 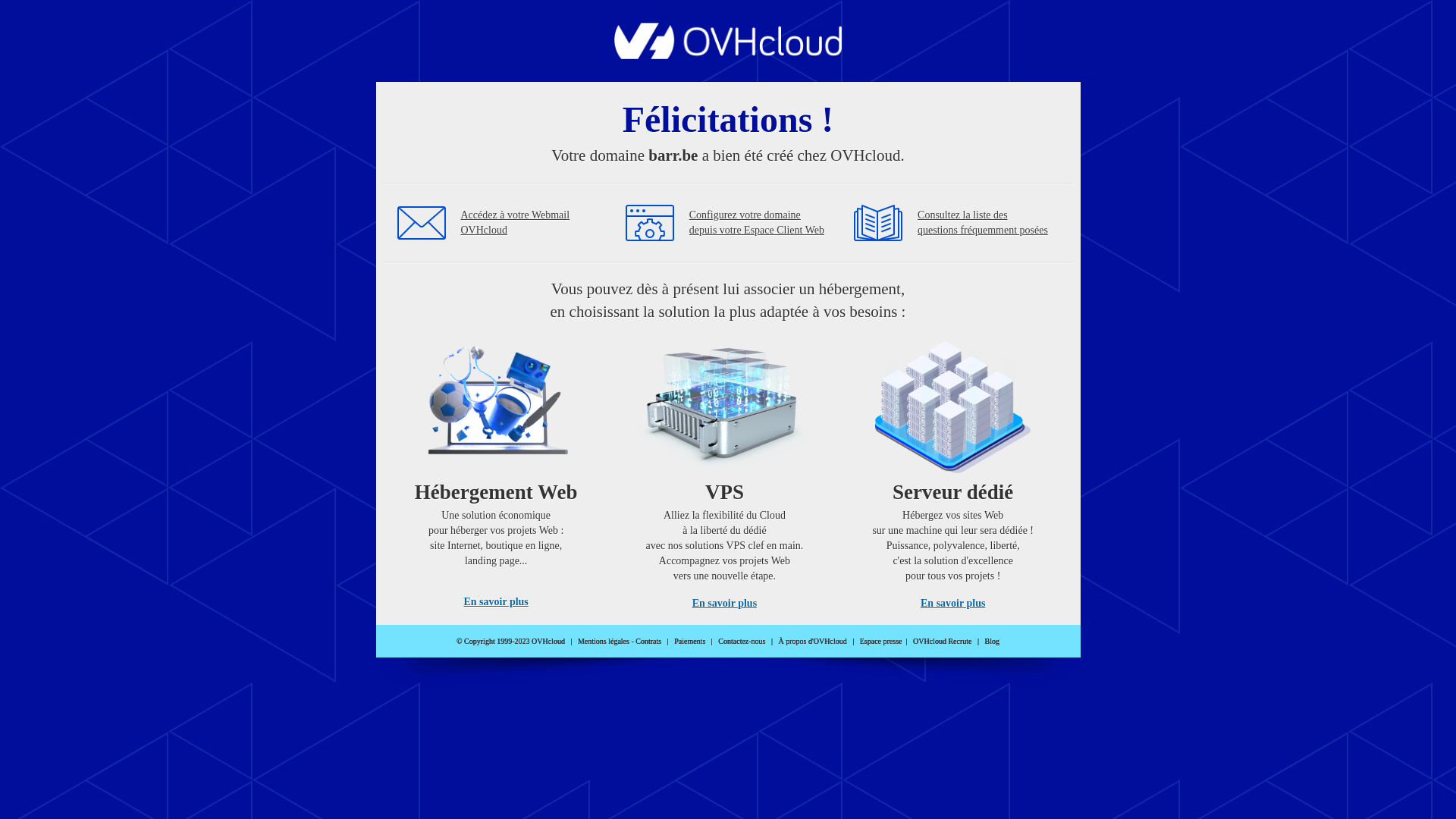 What do you see at coordinates (880, 641) in the screenshot?
I see `'Espace presse'` at bounding box center [880, 641].